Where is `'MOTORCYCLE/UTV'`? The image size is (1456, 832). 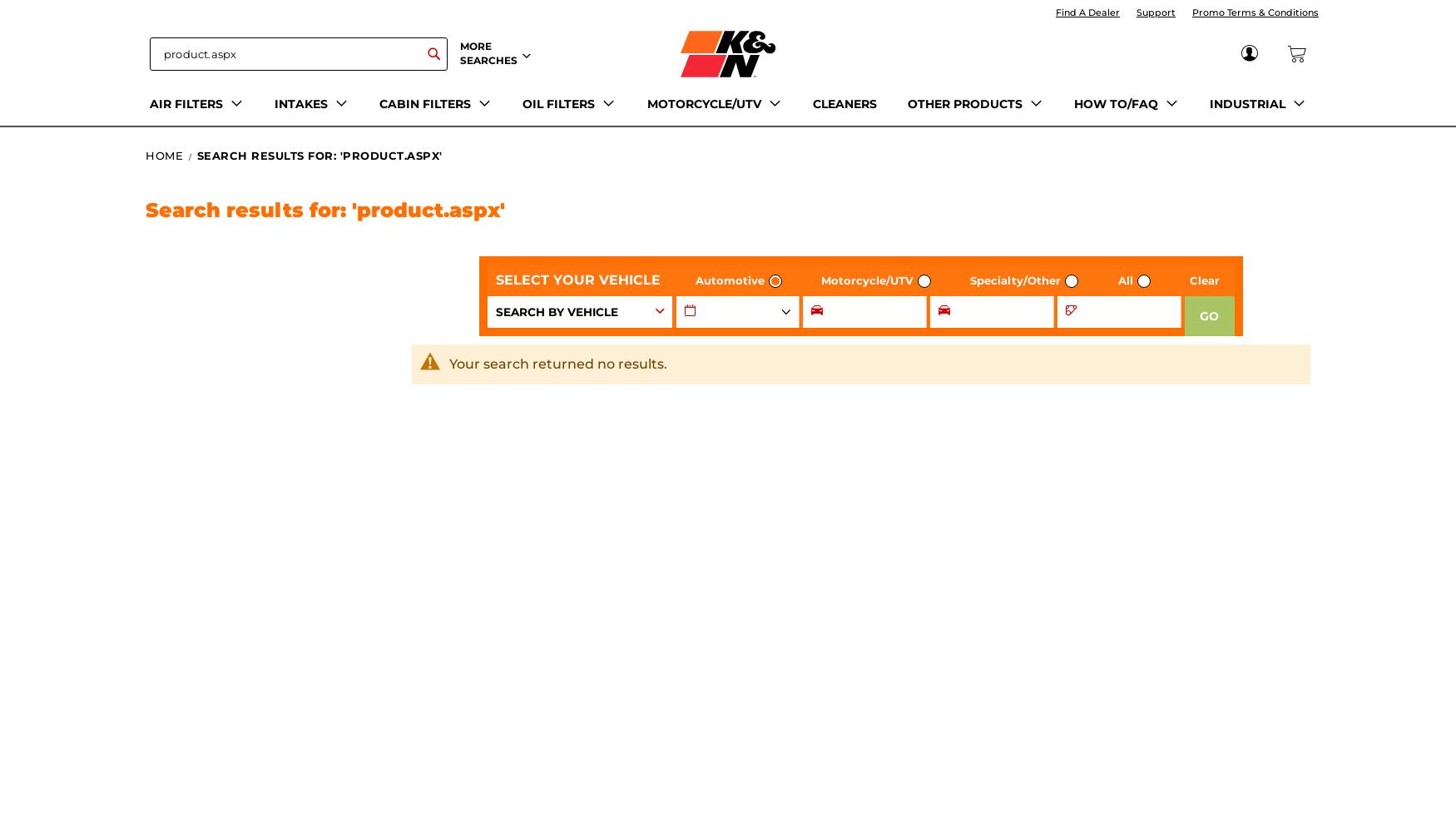
'MOTORCYCLE/UTV' is located at coordinates (646, 102).